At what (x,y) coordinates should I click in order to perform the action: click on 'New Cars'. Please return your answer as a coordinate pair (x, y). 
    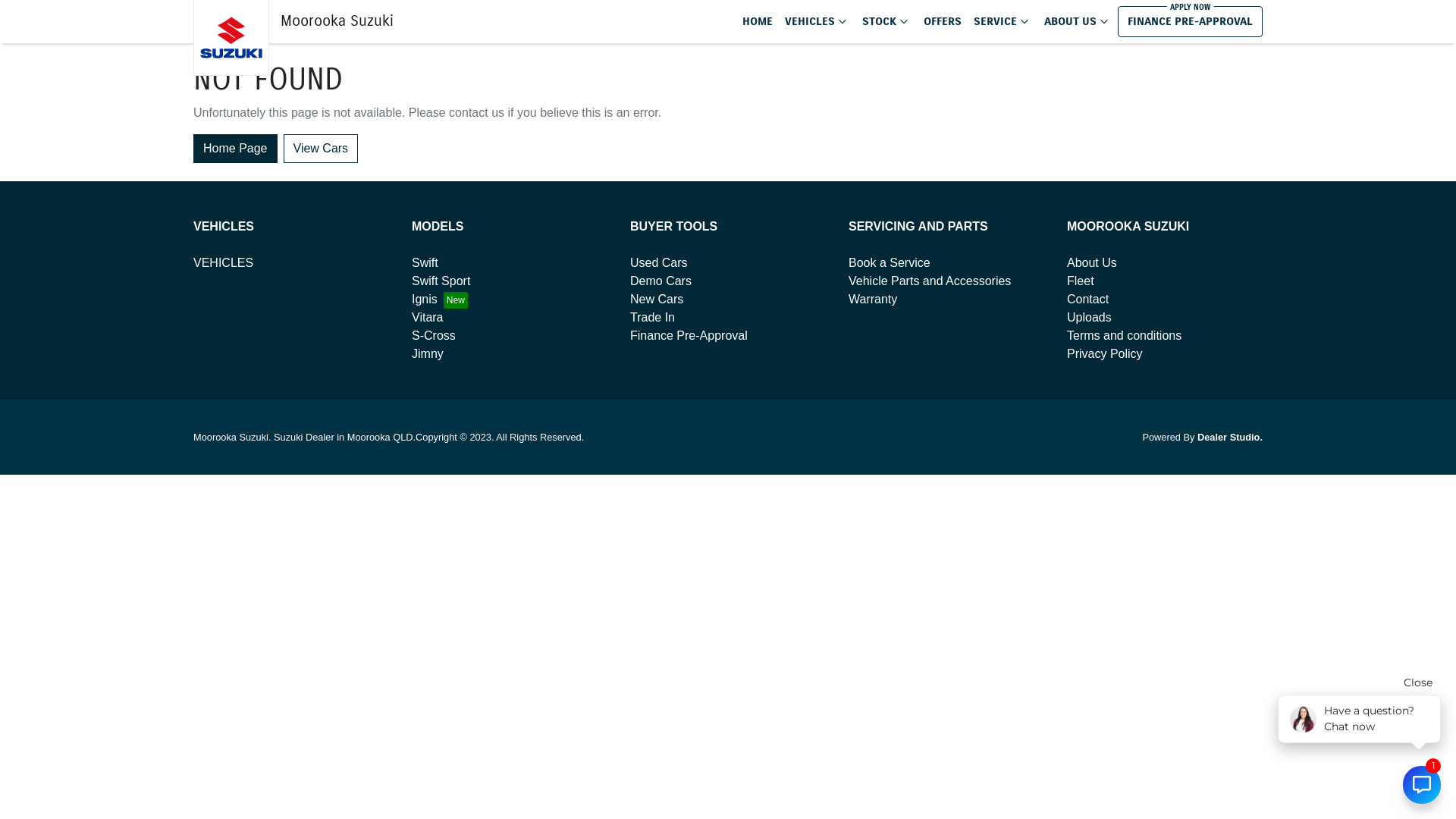
    Looking at the image, I should click on (656, 299).